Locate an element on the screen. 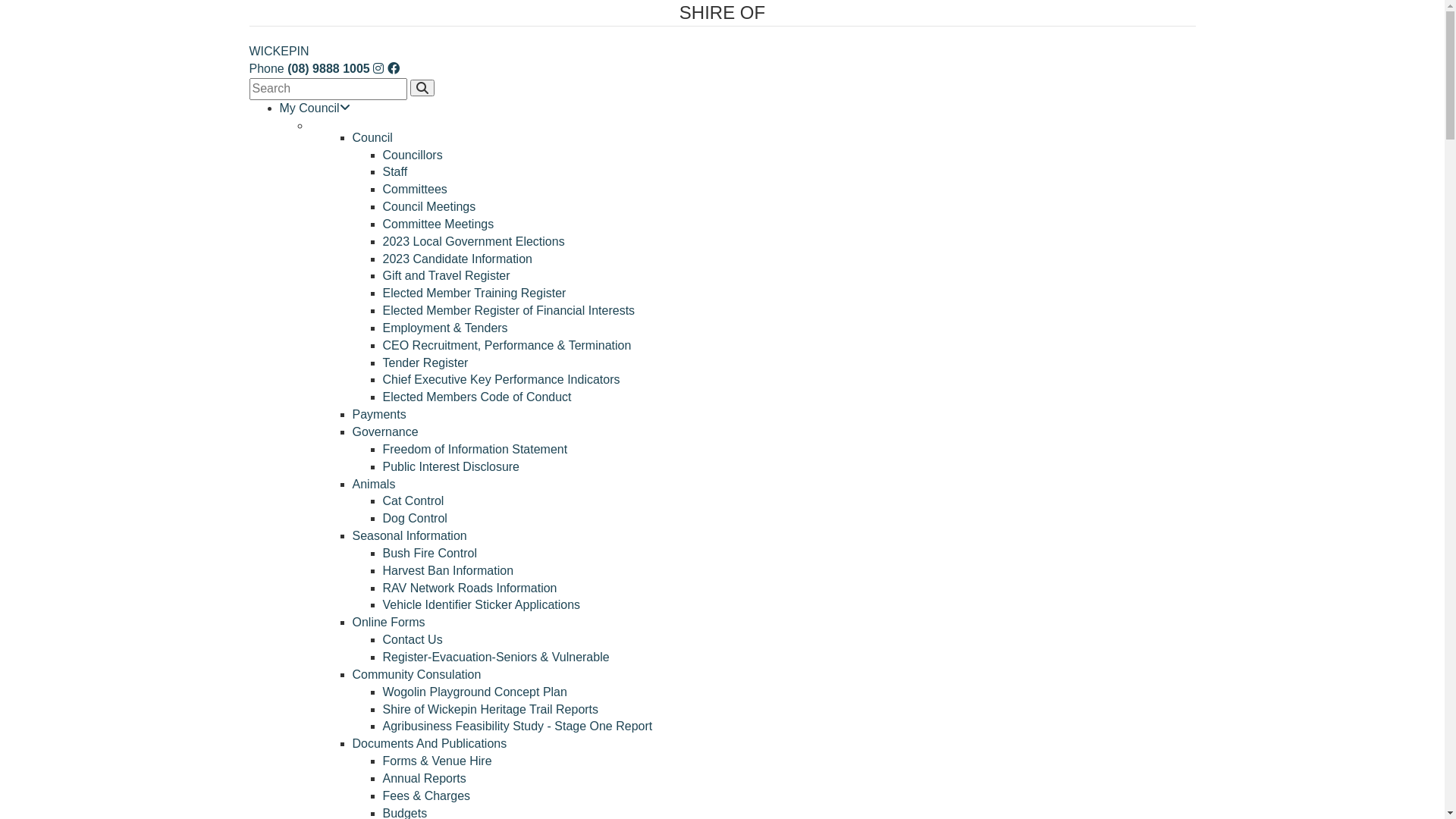  'Gift and Travel Register' is located at coordinates (445, 275).